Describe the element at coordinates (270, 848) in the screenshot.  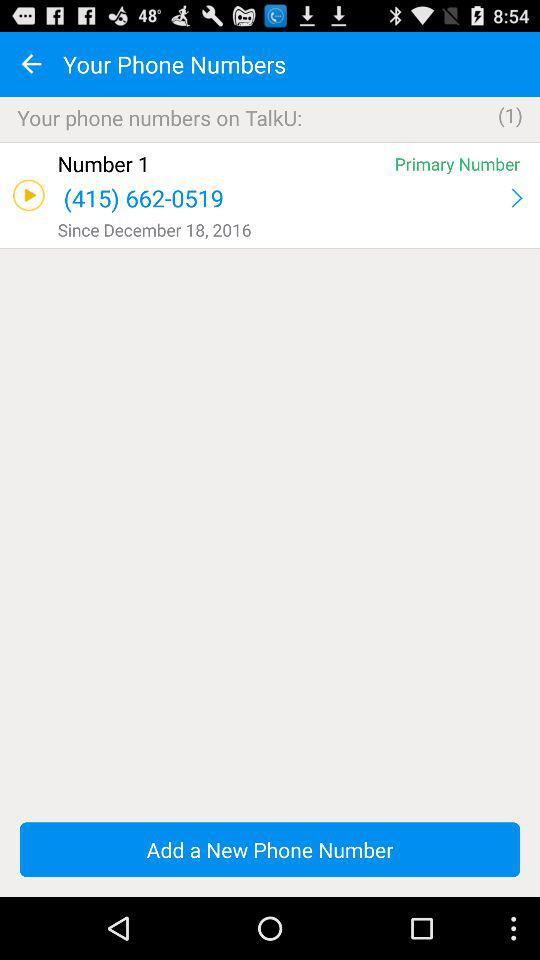
I see `add a new` at that location.